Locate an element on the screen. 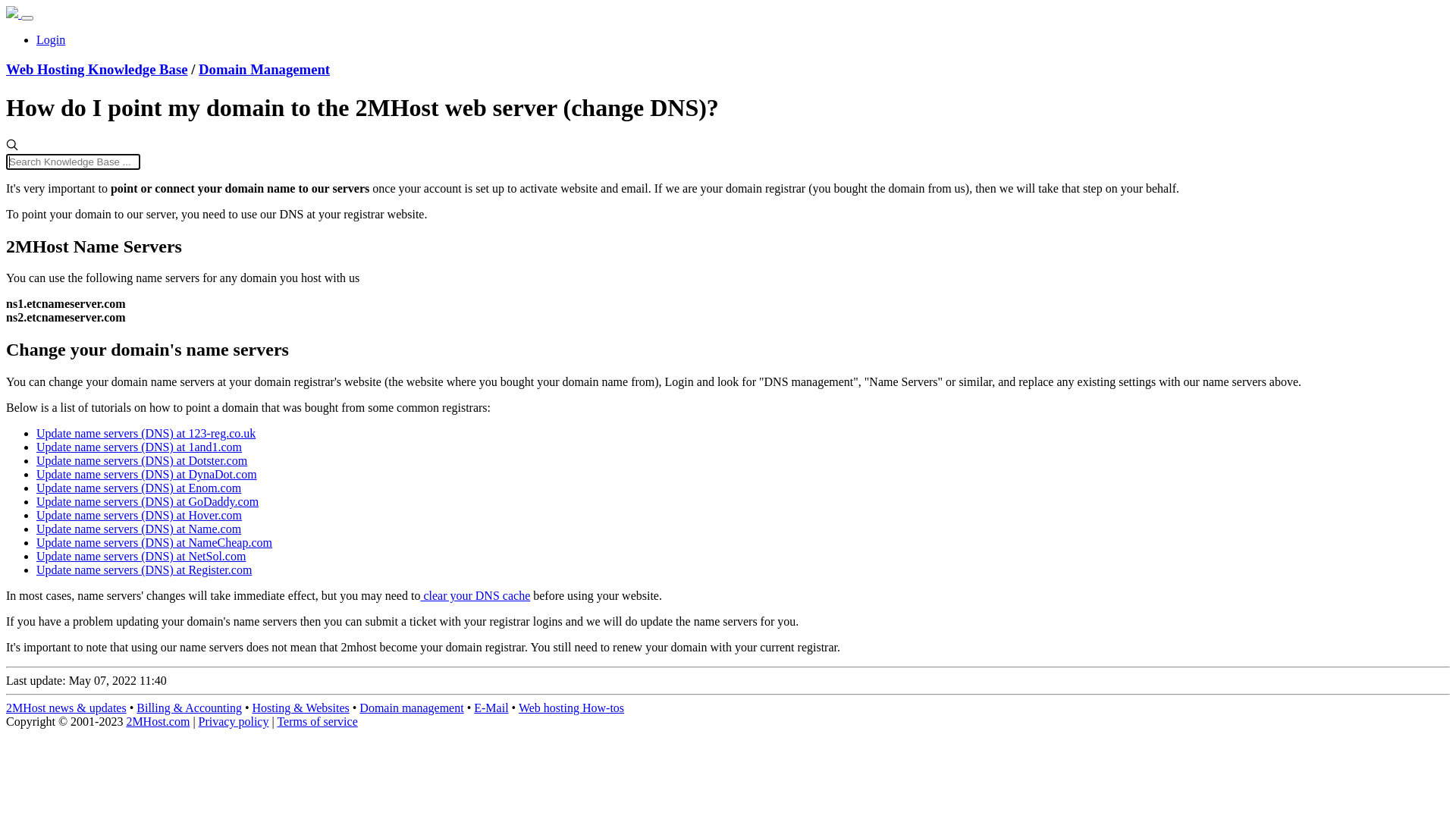 This screenshot has height=819, width=1456. 'E-Mail' is located at coordinates (491, 708).